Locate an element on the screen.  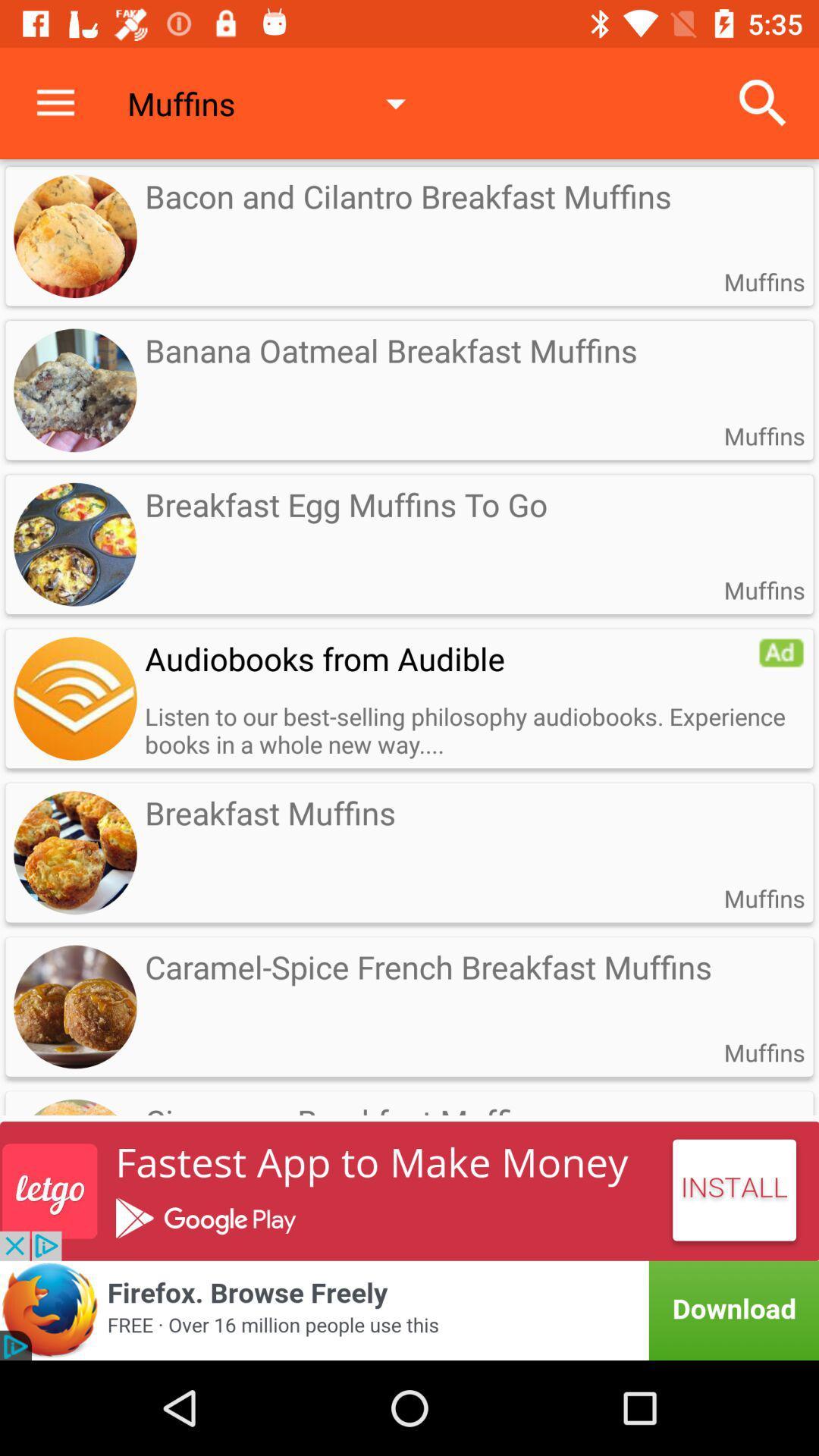
firebox advertisement is located at coordinates (409, 1310).